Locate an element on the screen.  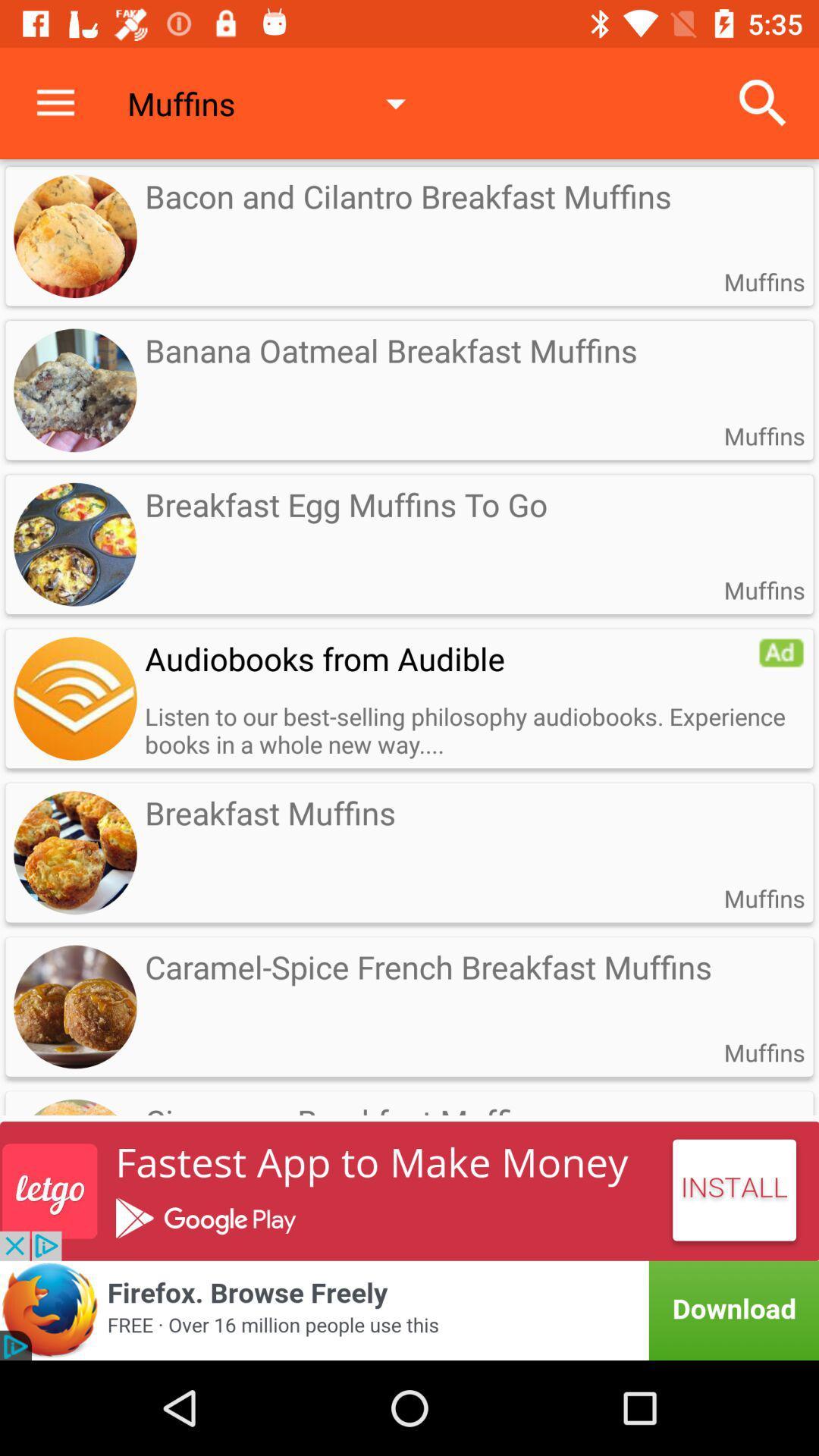
firebox advertisement is located at coordinates (409, 1310).